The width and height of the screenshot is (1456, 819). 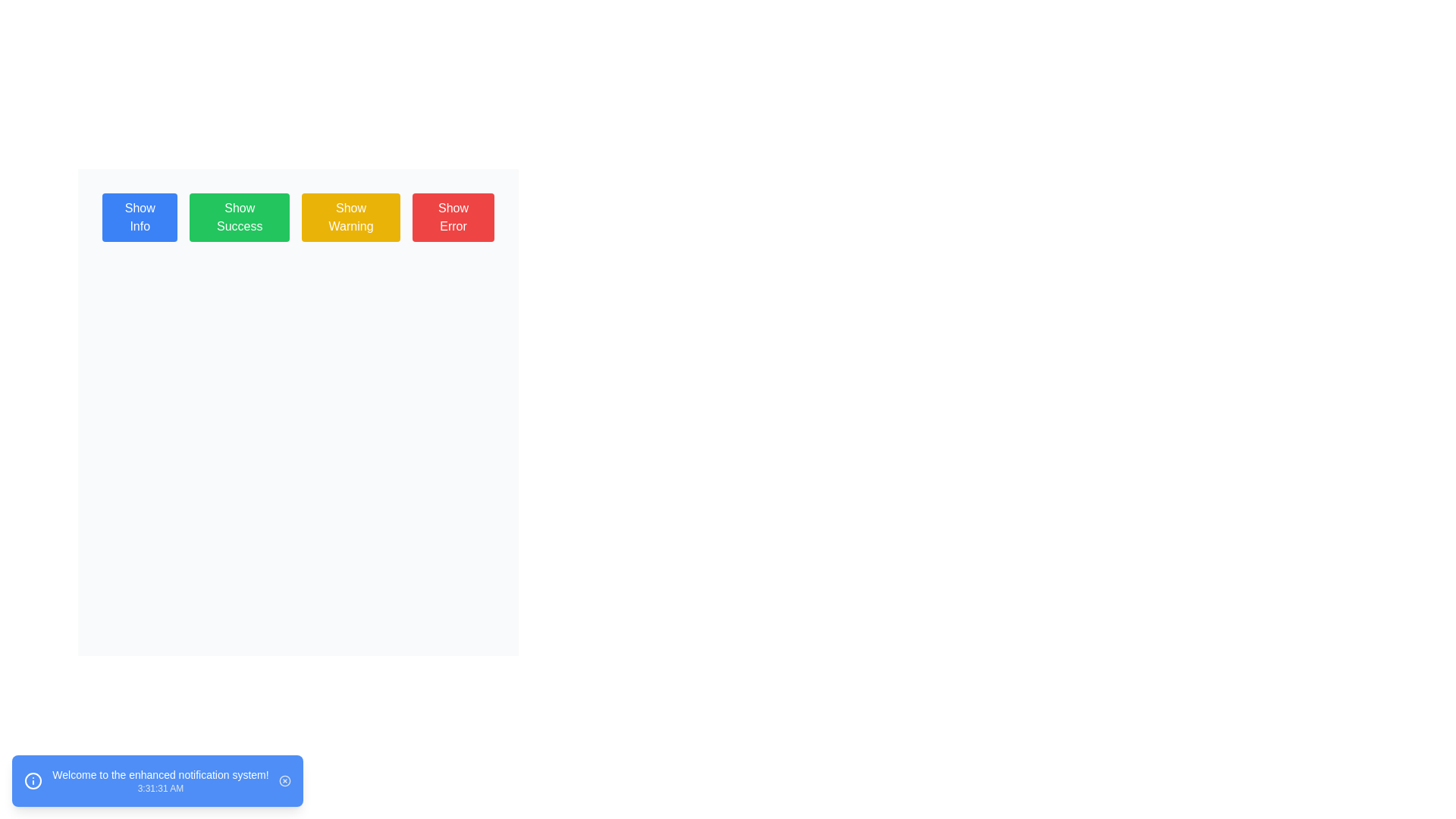 What do you see at coordinates (453, 217) in the screenshot?
I see `the 'Show Error' button, which is a rectangular button with a red background and white text, located as the fourth element in a horizontal group of buttons` at bounding box center [453, 217].